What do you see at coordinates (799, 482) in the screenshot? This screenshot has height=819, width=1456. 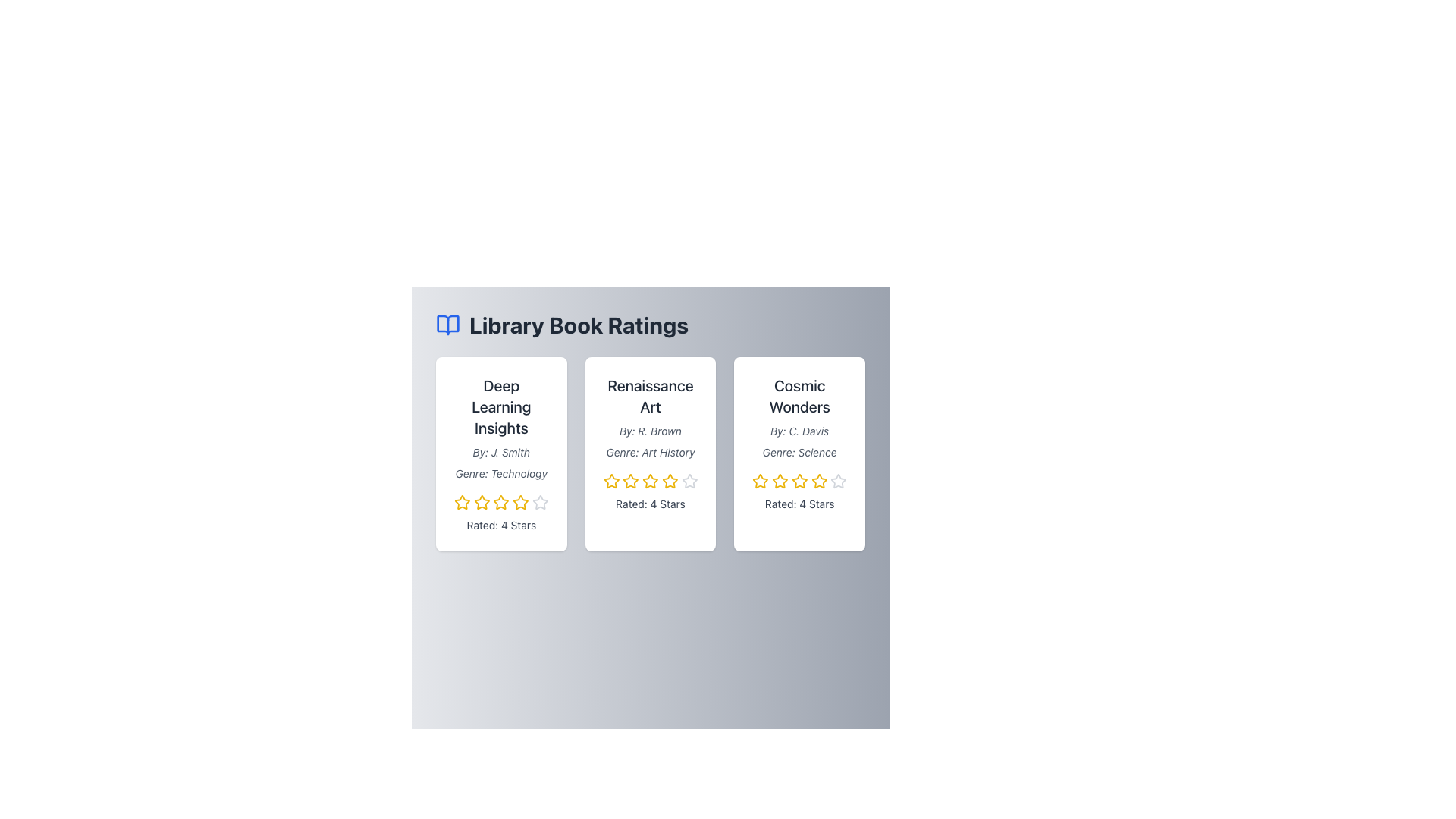 I see `the fourth star icon in the rating section of the 'Cosmic Wonders' card to adjust the rating` at bounding box center [799, 482].